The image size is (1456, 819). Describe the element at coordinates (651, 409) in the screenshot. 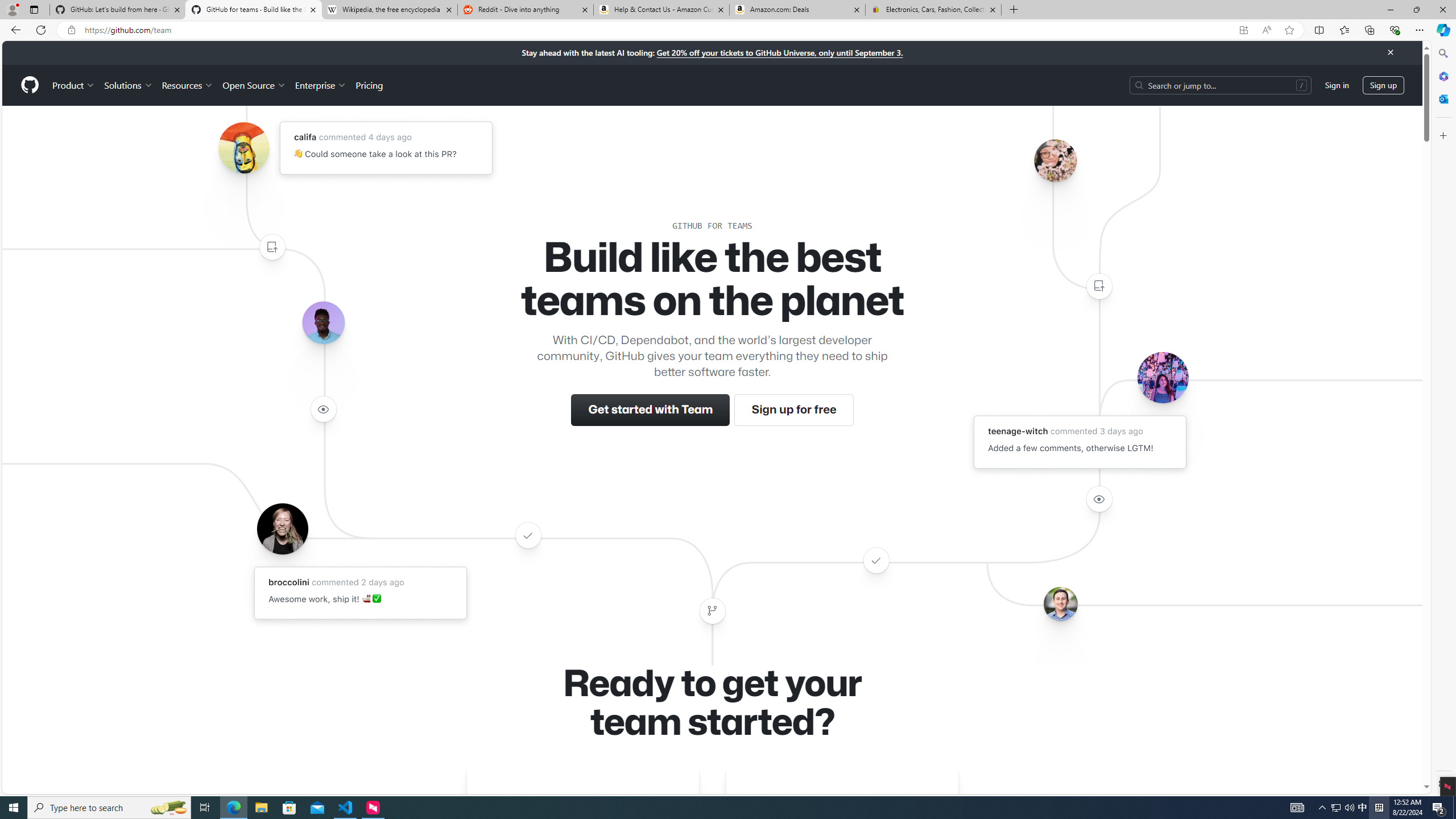

I see `'Get started with Team'` at that location.